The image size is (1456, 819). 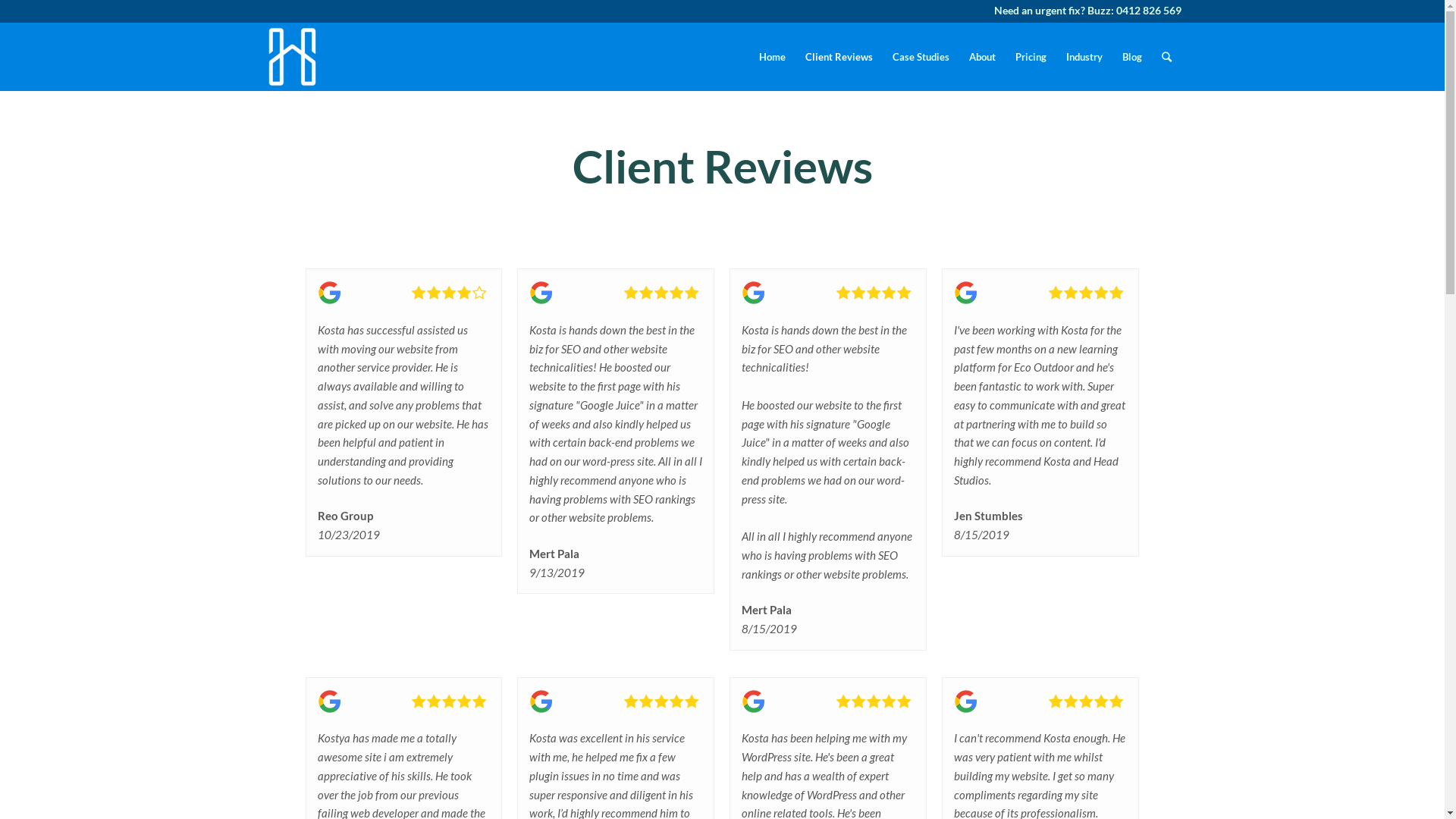 What do you see at coordinates (957, 55) in the screenshot?
I see `'About'` at bounding box center [957, 55].